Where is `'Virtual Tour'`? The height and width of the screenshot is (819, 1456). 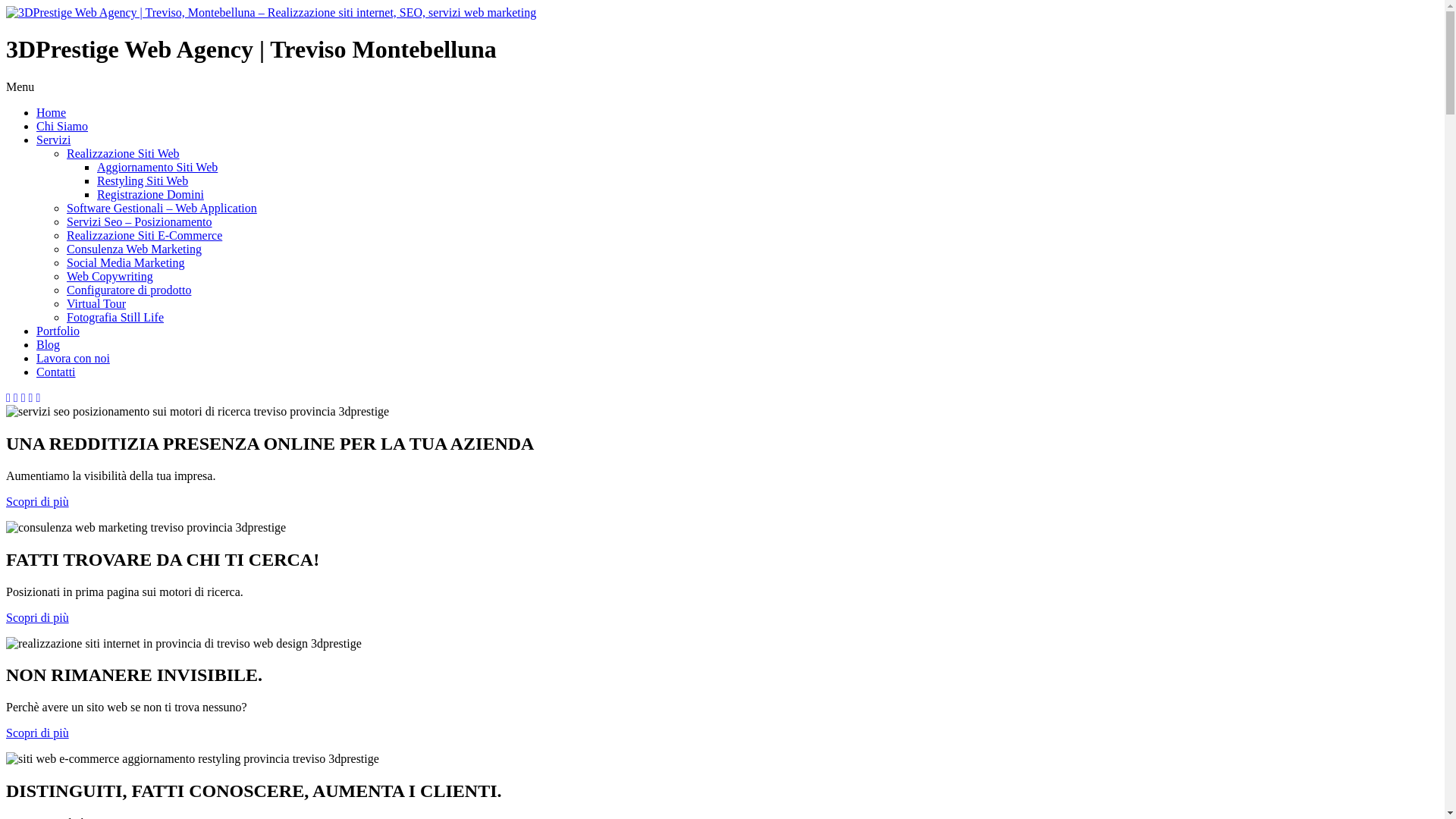 'Virtual Tour' is located at coordinates (95, 303).